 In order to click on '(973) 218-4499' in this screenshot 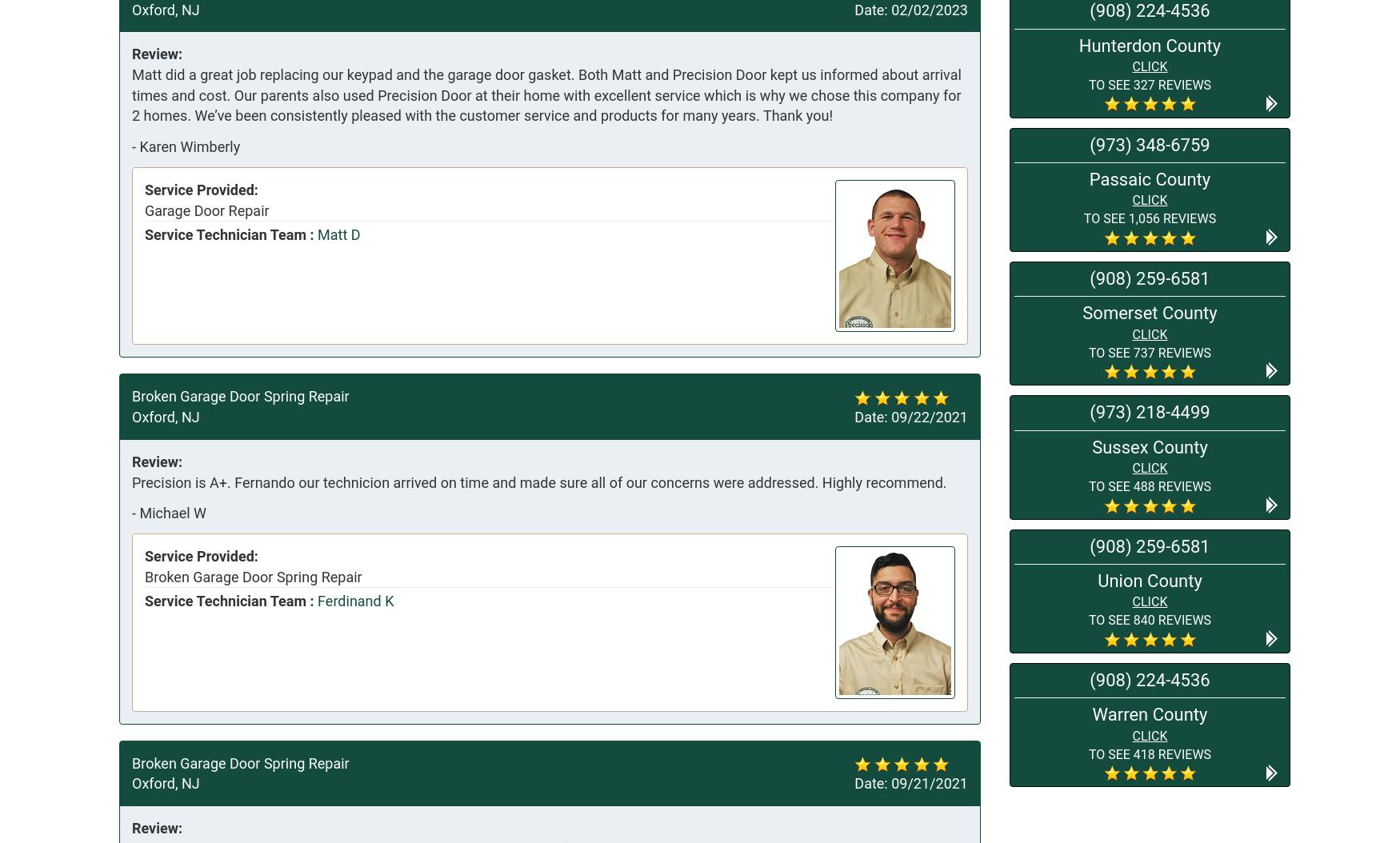, I will do `click(1090, 411)`.